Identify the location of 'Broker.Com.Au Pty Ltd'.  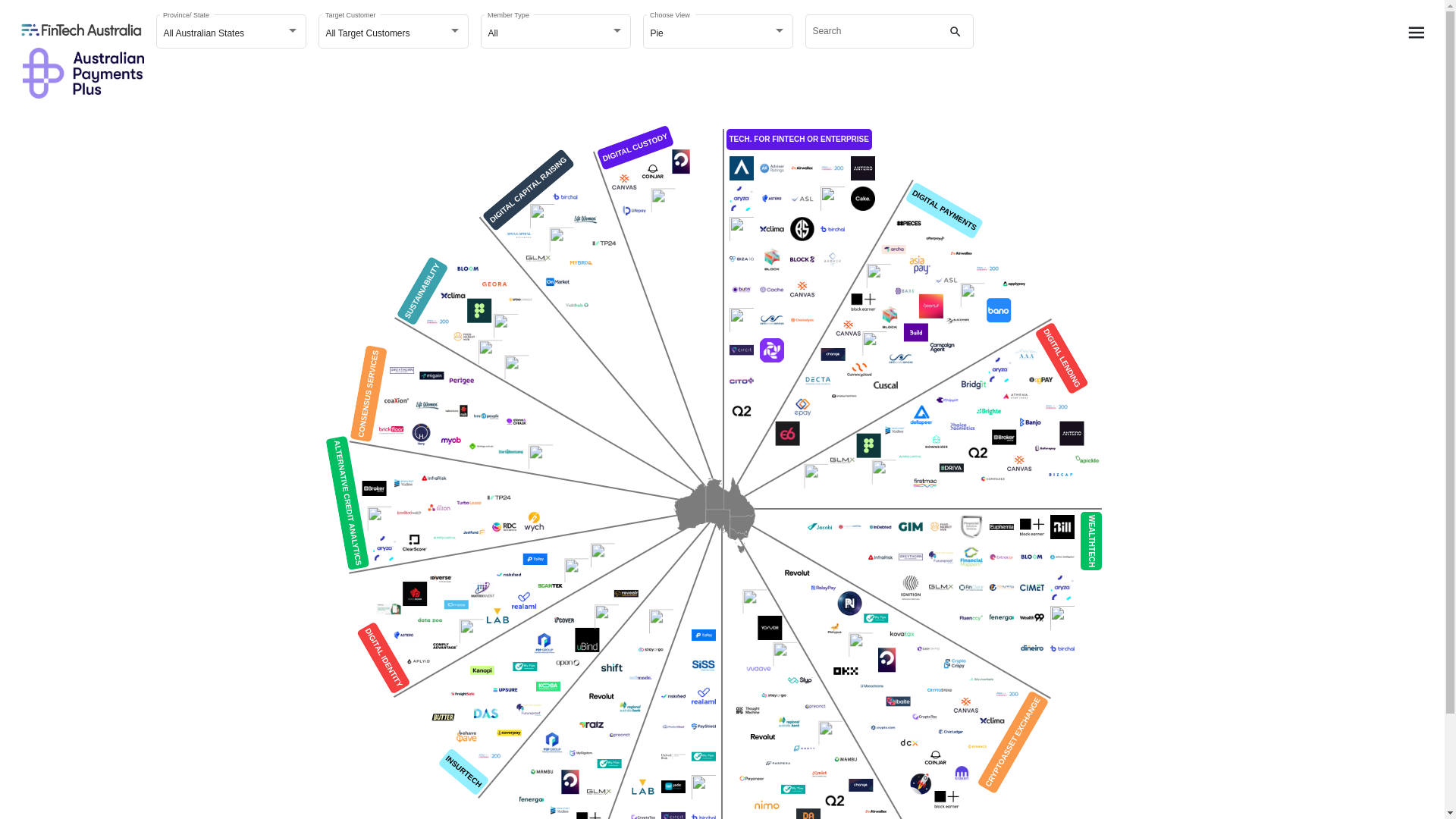
(374, 488).